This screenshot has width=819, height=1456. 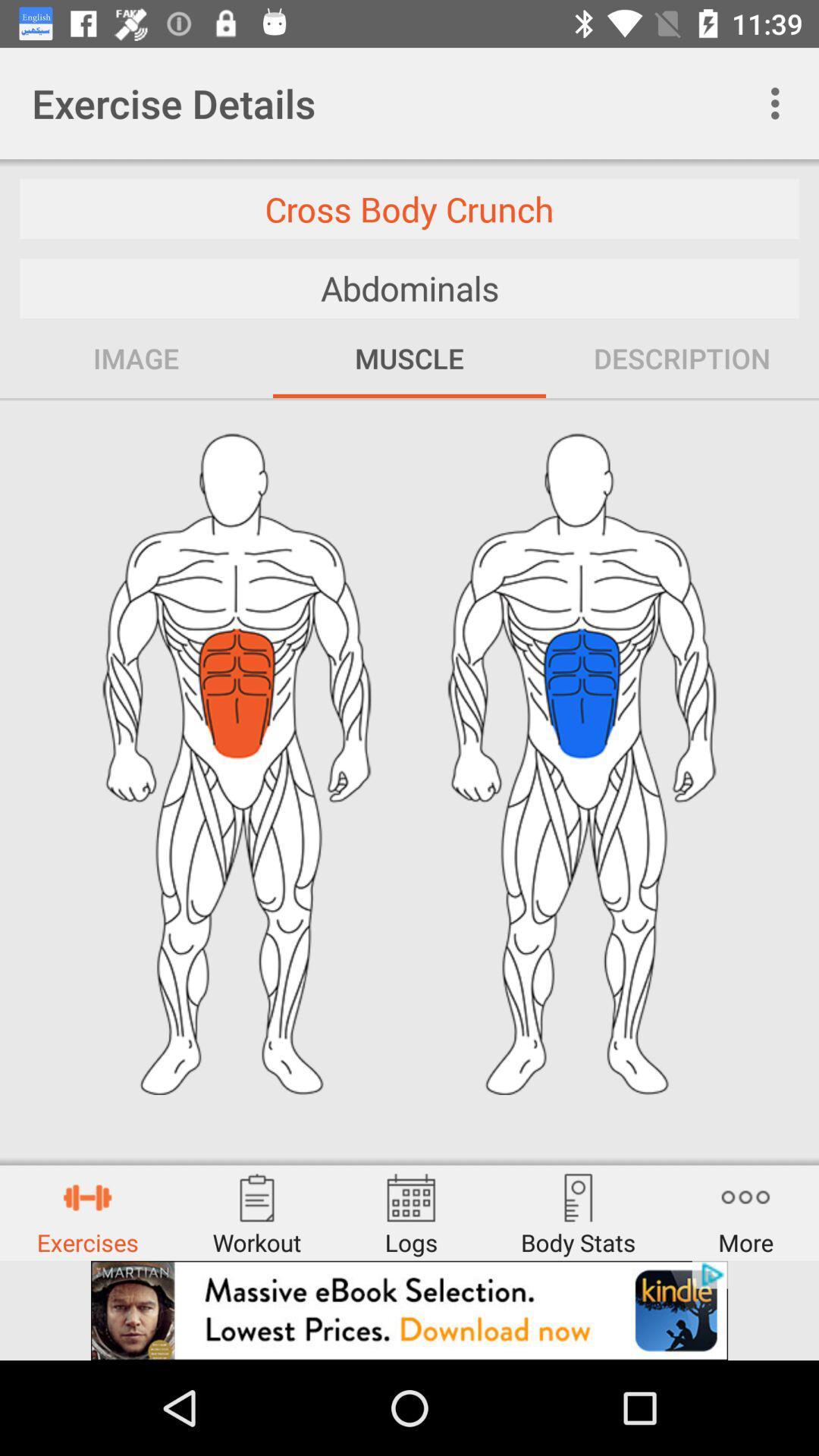 I want to click on banner advertisement, so click(x=409, y=1310).